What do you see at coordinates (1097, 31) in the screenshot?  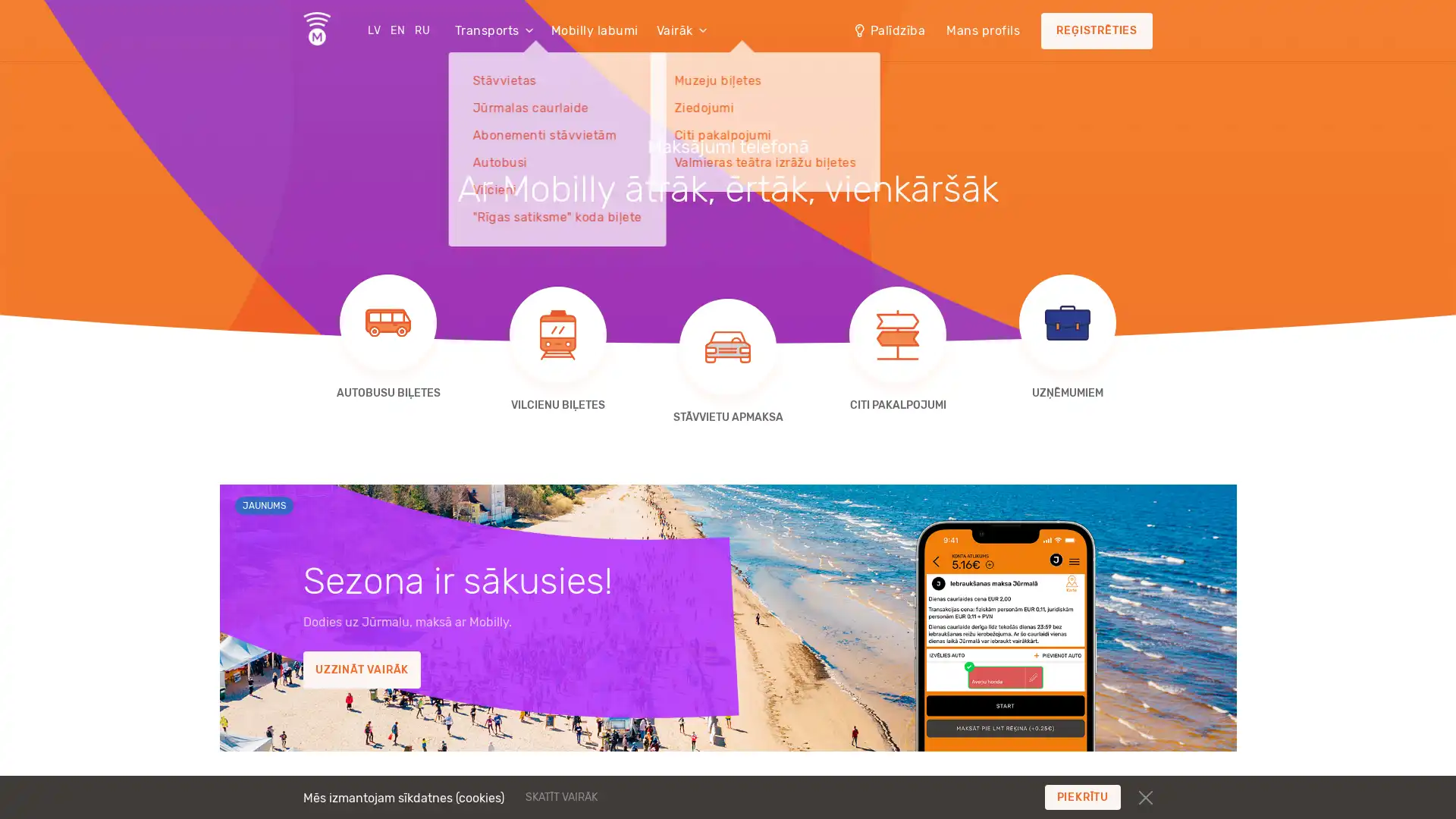 I see `REGISTRETIES` at bounding box center [1097, 31].